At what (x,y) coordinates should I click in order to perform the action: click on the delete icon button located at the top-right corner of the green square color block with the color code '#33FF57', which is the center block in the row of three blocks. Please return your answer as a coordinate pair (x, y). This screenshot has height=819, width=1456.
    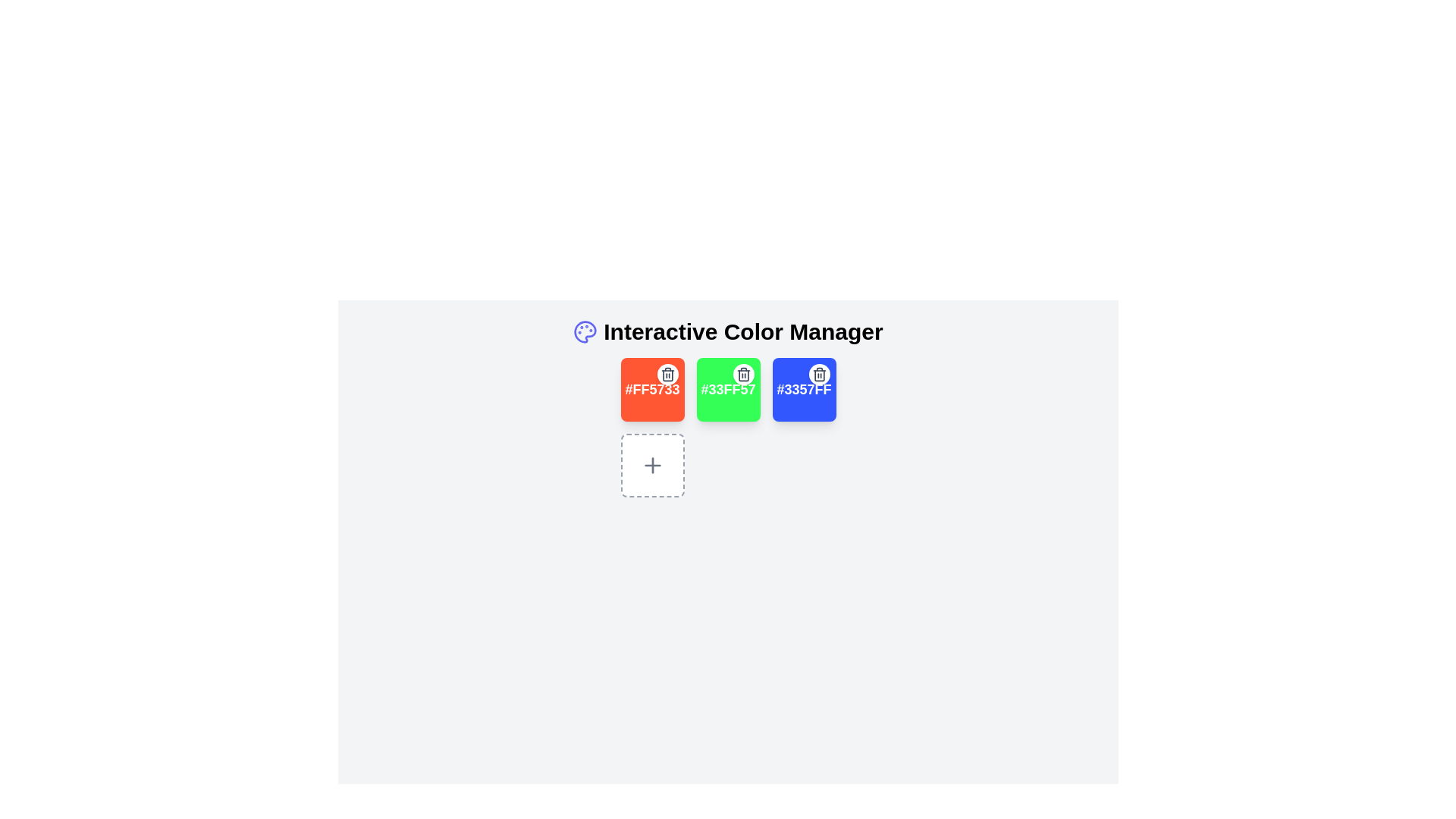
    Looking at the image, I should click on (743, 374).